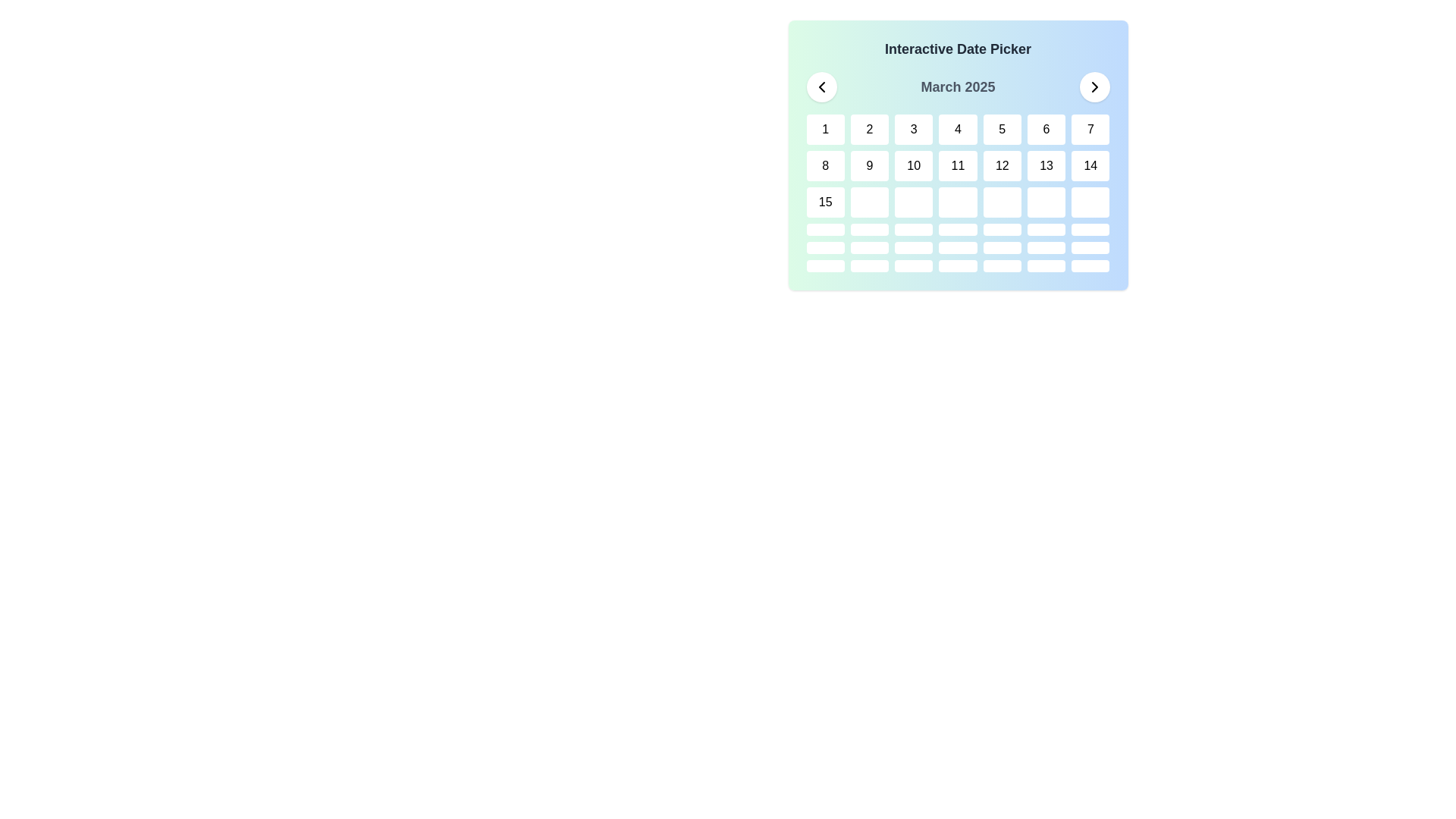  Describe the element at coordinates (821, 87) in the screenshot. I see `the left-chevron icon` at that location.